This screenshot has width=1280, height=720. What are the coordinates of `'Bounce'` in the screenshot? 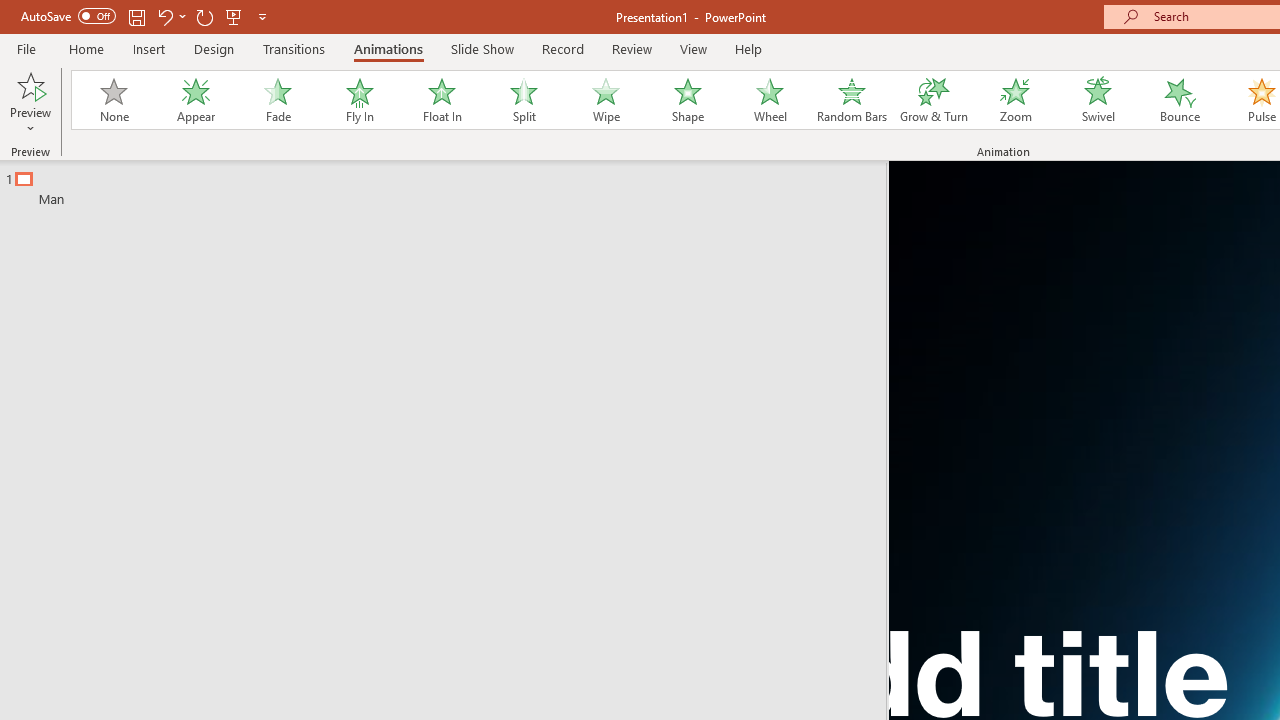 It's located at (1180, 100).